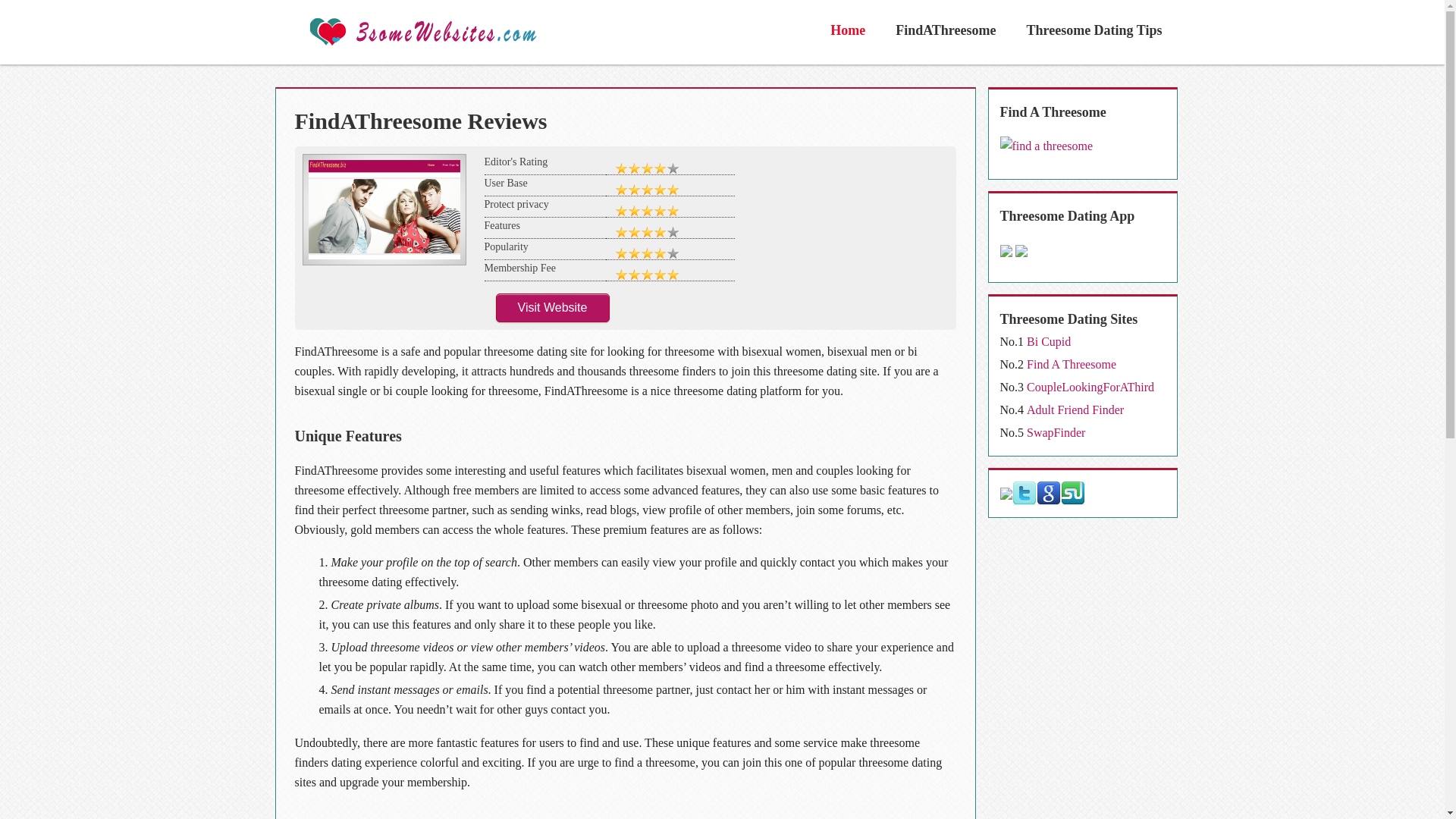  Describe the element at coordinates (552, 307) in the screenshot. I see `'Visit Website'` at that location.